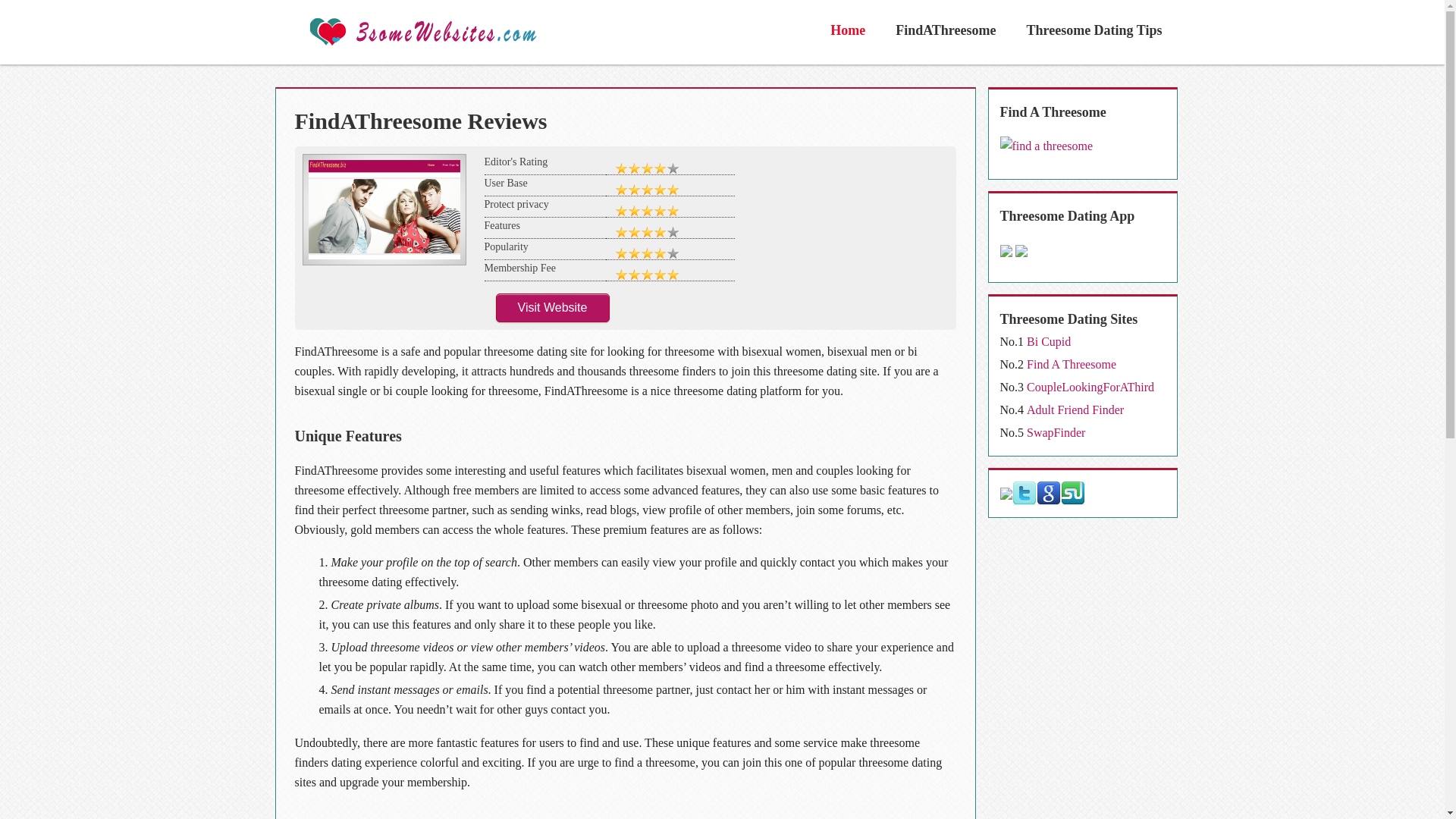  Describe the element at coordinates (552, 307) in the screenshot. I see `'Visit Website'` at that location.